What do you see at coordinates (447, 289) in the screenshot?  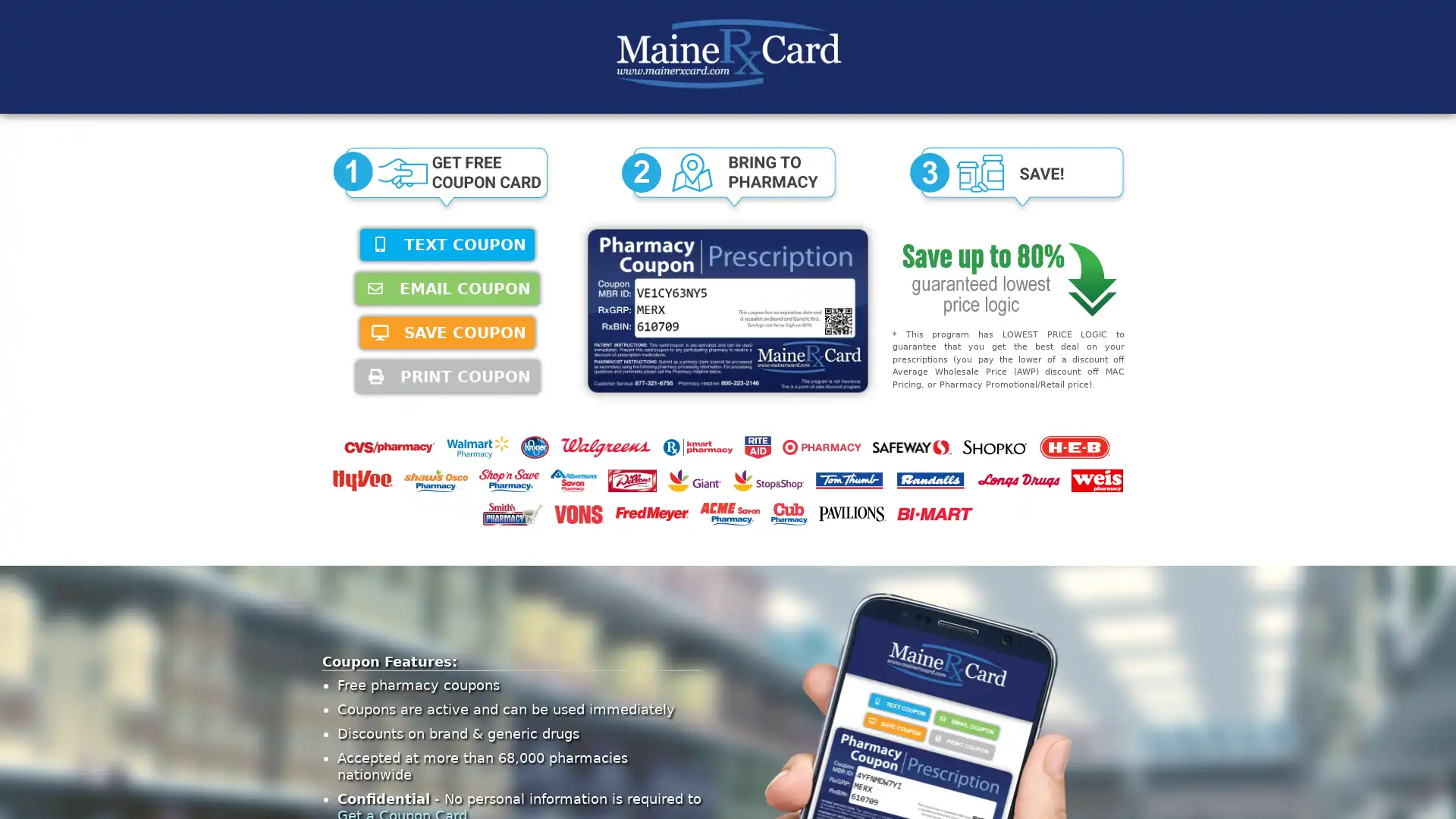 I see `EMAIL COUPON` at bounding box center [447, 289].